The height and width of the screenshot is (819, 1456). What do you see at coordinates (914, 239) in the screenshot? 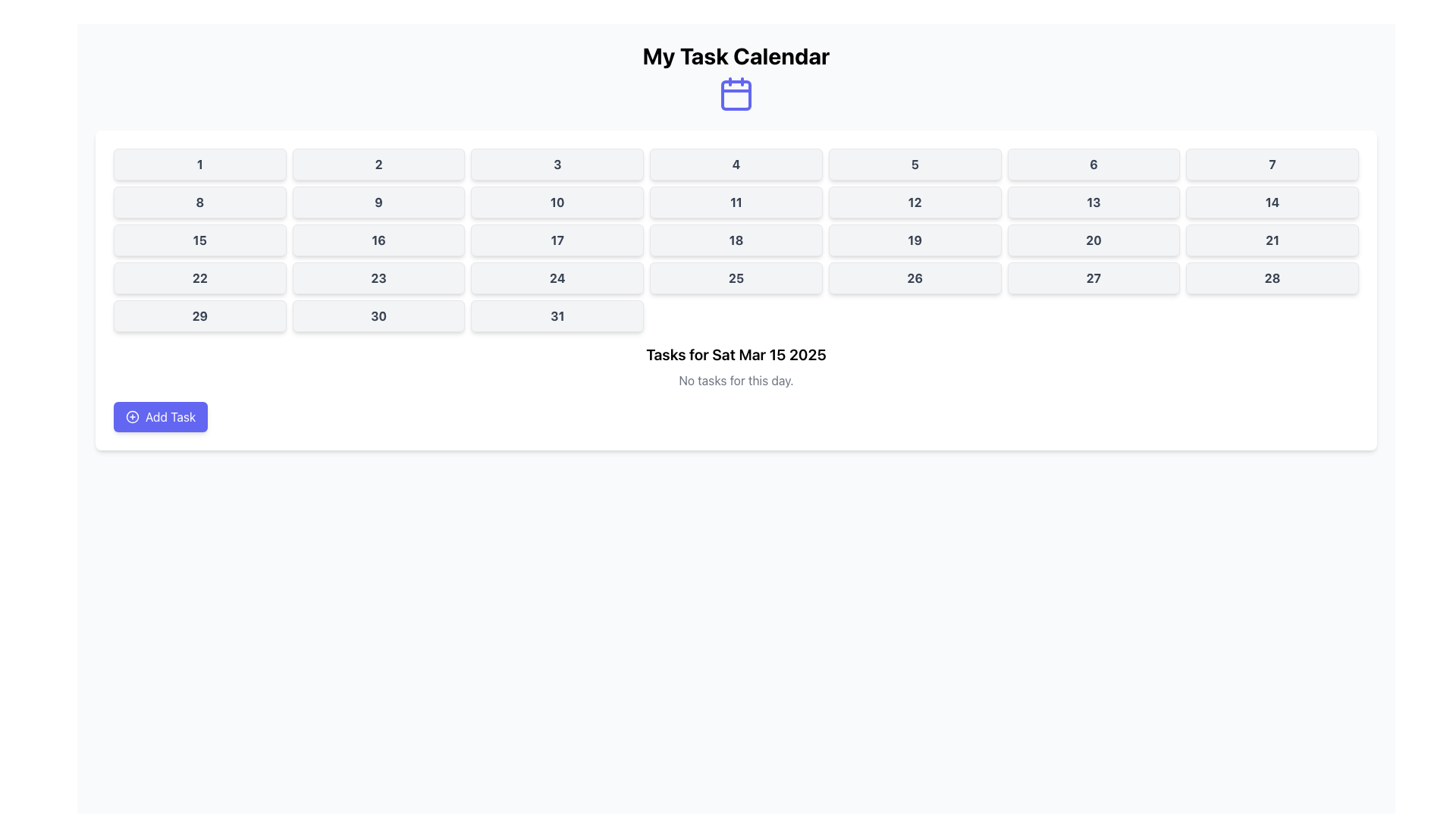
I see `the calendar day button located in the fourth row and fifth column of the calendar grid` at bounding box center [914, 239].